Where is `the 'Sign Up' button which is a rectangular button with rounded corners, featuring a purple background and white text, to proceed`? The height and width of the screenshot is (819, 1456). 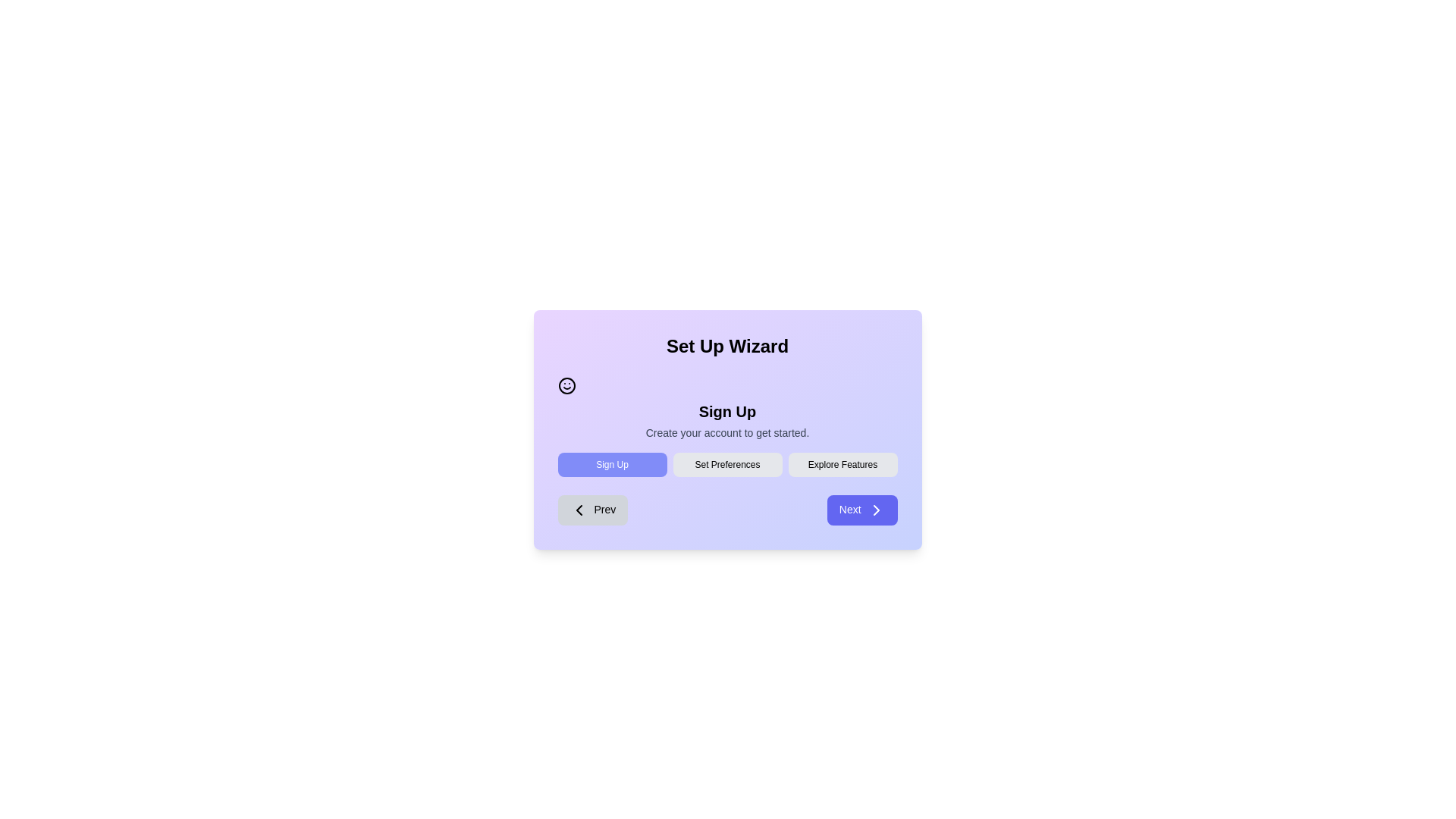 the 'Sign Up' button which is a rectangular button with rounded corners, featuring a purple background and white text, to proceed is located at coordinates (612, 464).